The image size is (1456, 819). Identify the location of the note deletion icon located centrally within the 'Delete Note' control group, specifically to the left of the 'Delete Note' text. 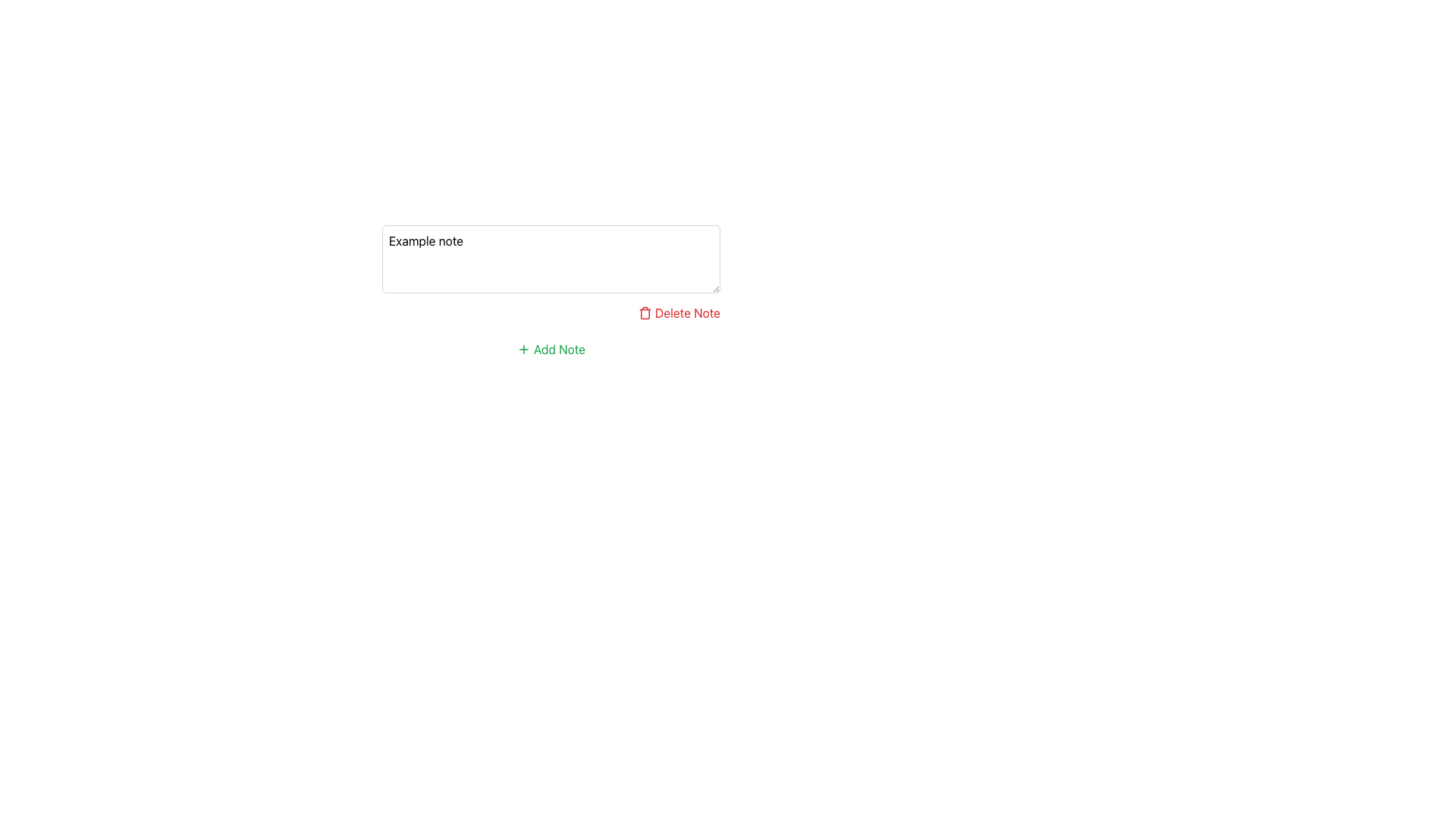
(645, 312).